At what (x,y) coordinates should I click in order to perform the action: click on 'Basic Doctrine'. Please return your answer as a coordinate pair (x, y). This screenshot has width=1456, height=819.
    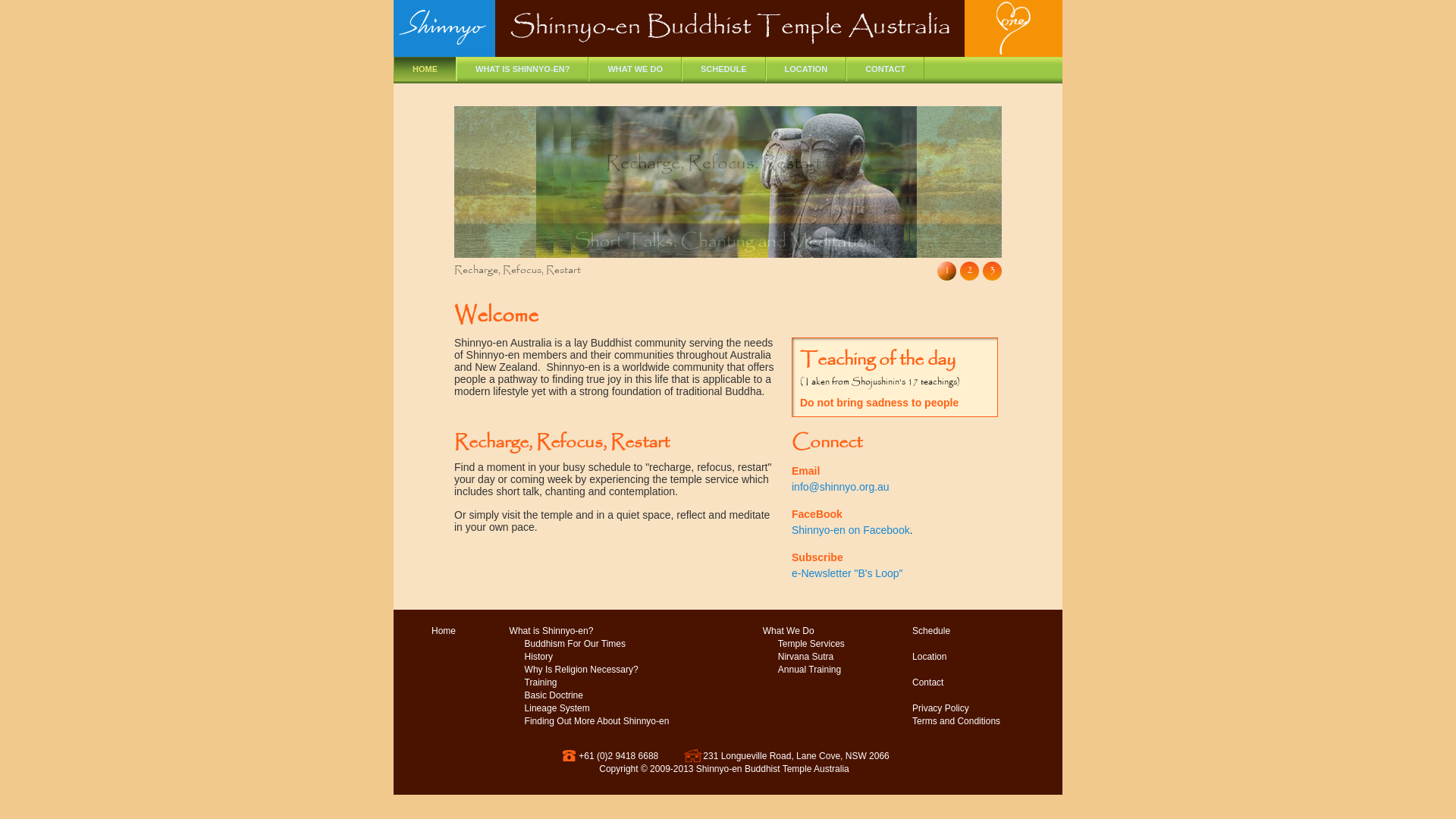
    Looking at the image, I should click on (553, 695).